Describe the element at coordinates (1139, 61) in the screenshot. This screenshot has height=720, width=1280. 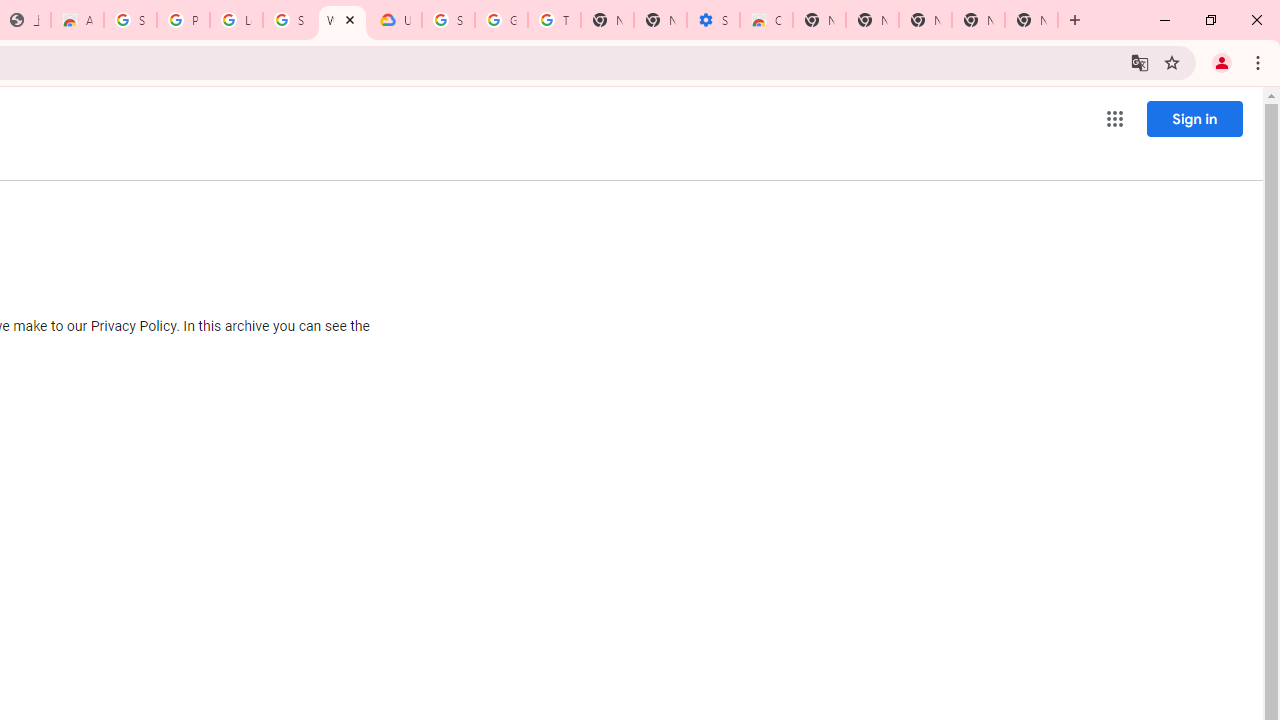
I see `'Translate this page'` at that location.